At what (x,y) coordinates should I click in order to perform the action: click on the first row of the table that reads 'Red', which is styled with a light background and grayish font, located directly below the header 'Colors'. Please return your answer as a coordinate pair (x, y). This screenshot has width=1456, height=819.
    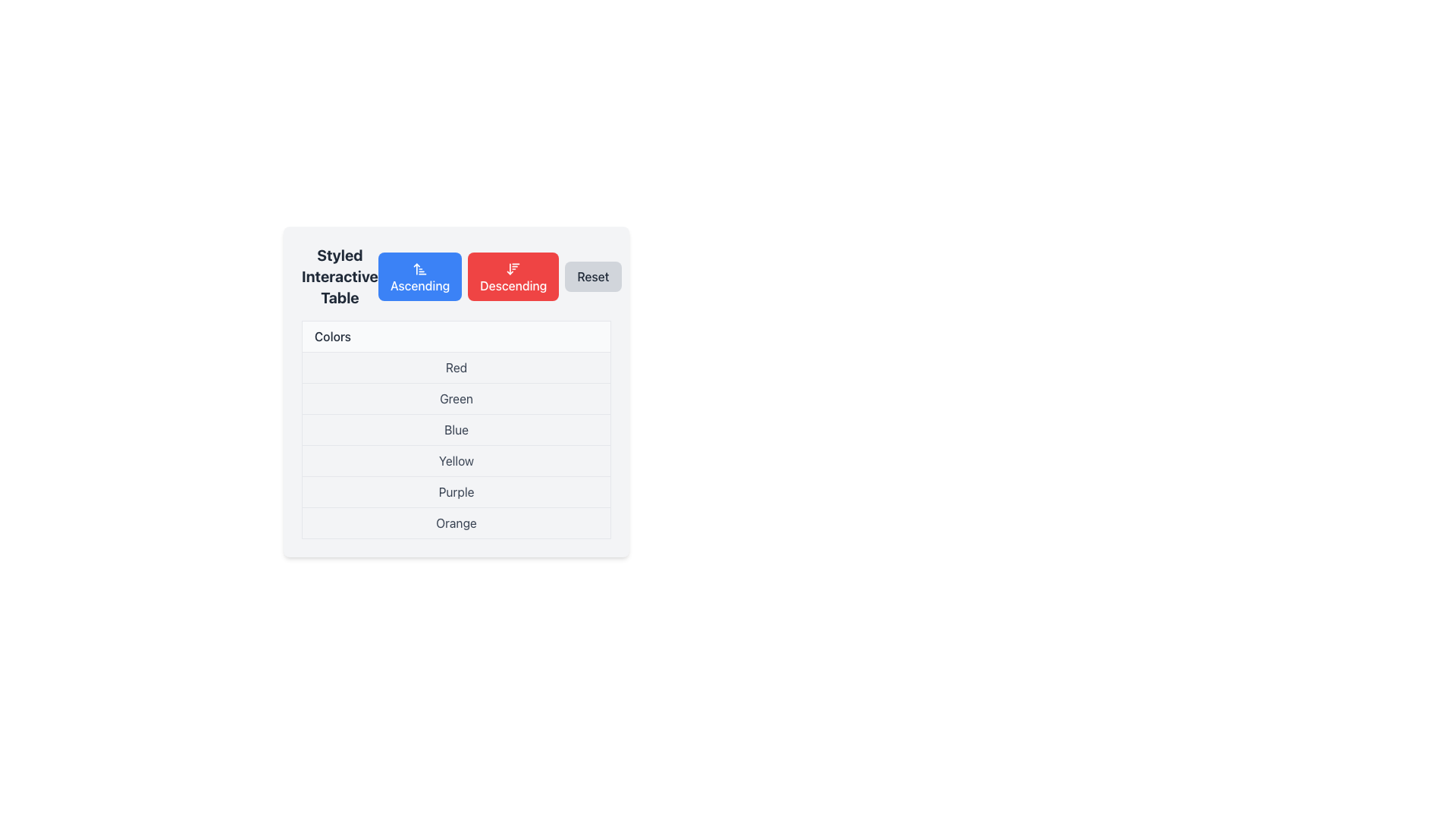
    Looking at the image, I should click on (455, 368).